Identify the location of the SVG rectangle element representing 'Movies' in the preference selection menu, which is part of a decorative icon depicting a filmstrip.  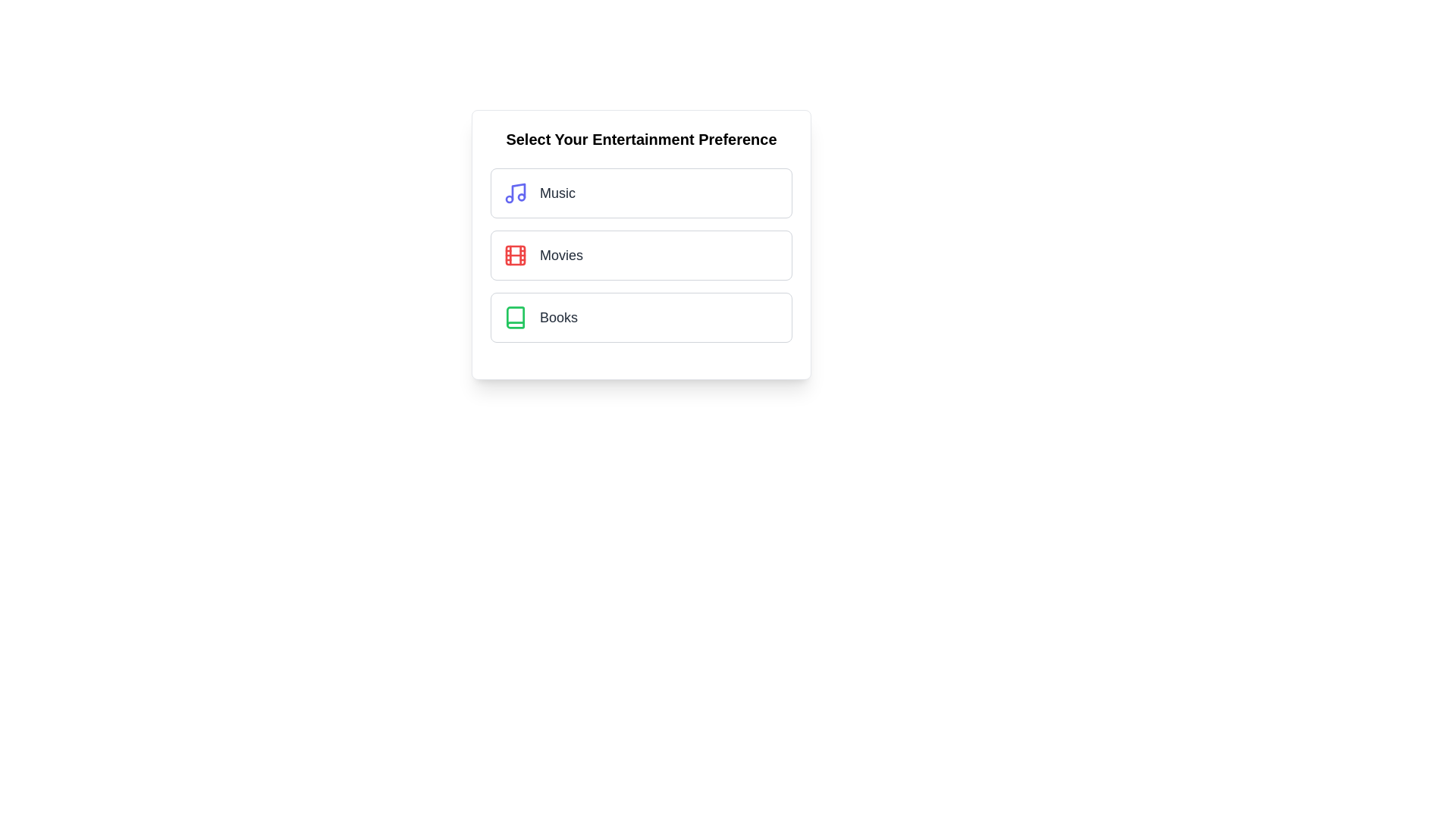
(516, 254).